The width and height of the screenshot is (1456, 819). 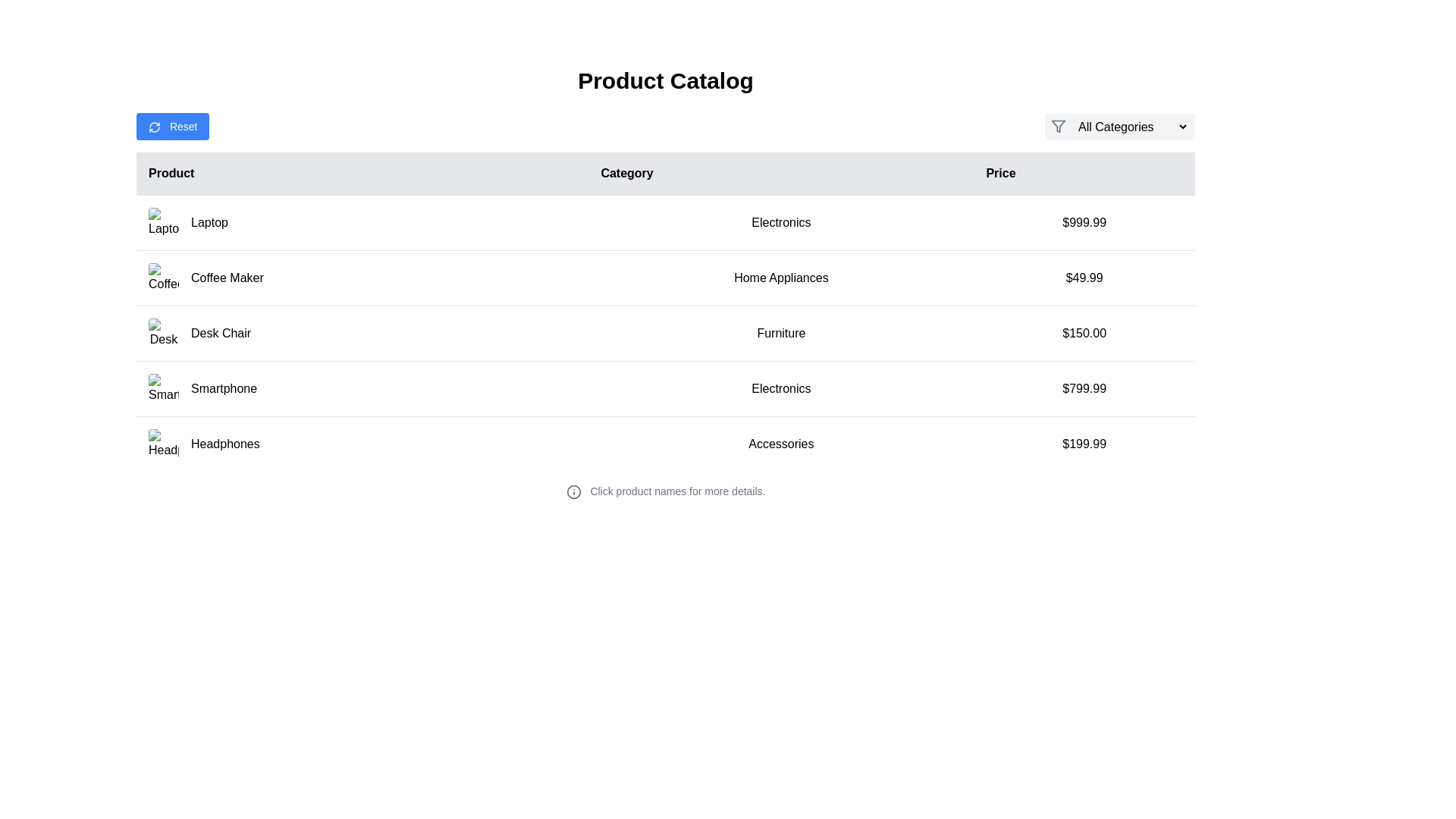 I want to click on the SVG circle located at the center of the icon below the product listing in the user interface, so click(x=573, y=492).